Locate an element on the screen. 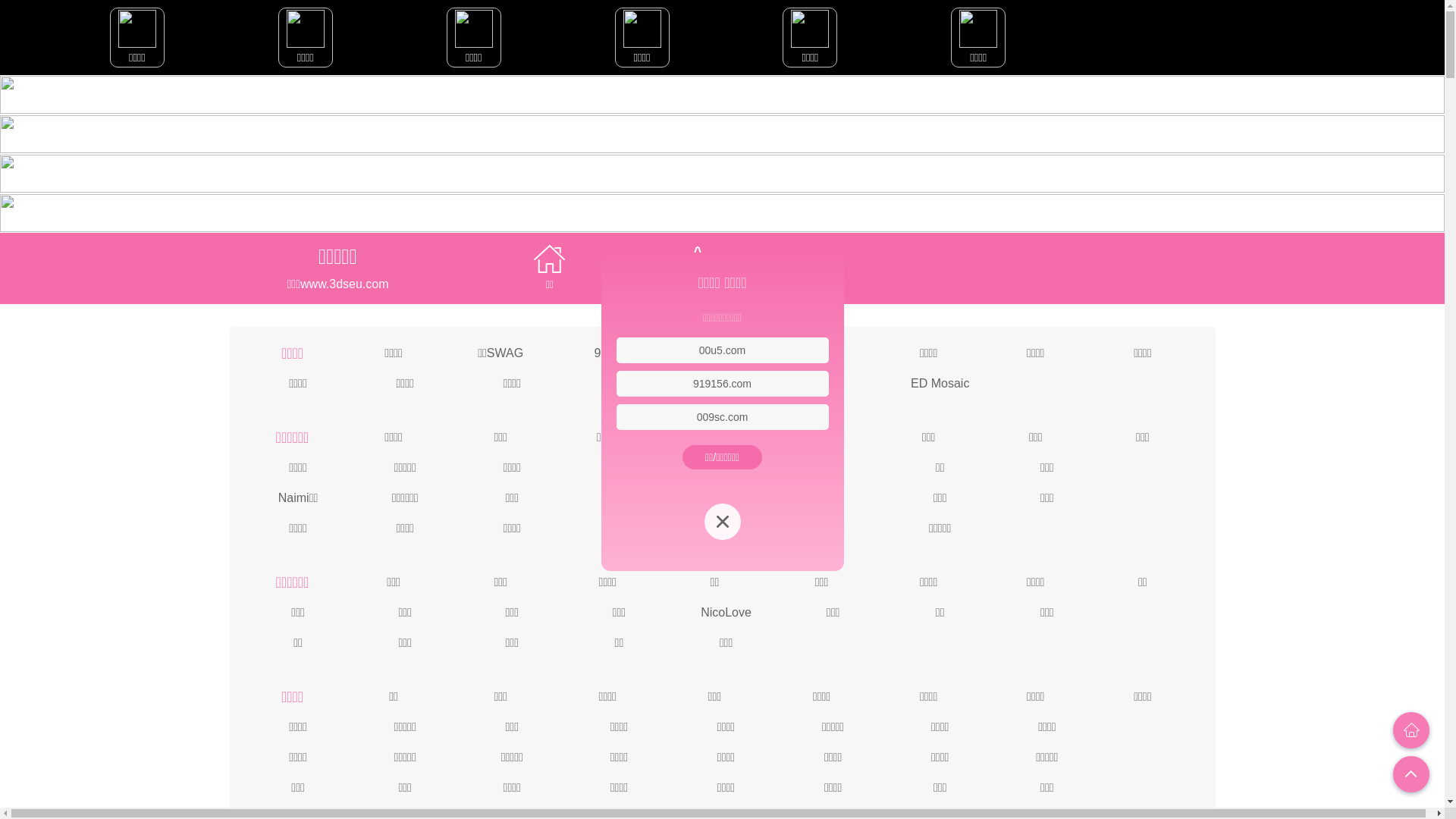 Image resolution: width=1456 pixels, height=819 pixels. '919156.com' is located at coordinates (692, 382).